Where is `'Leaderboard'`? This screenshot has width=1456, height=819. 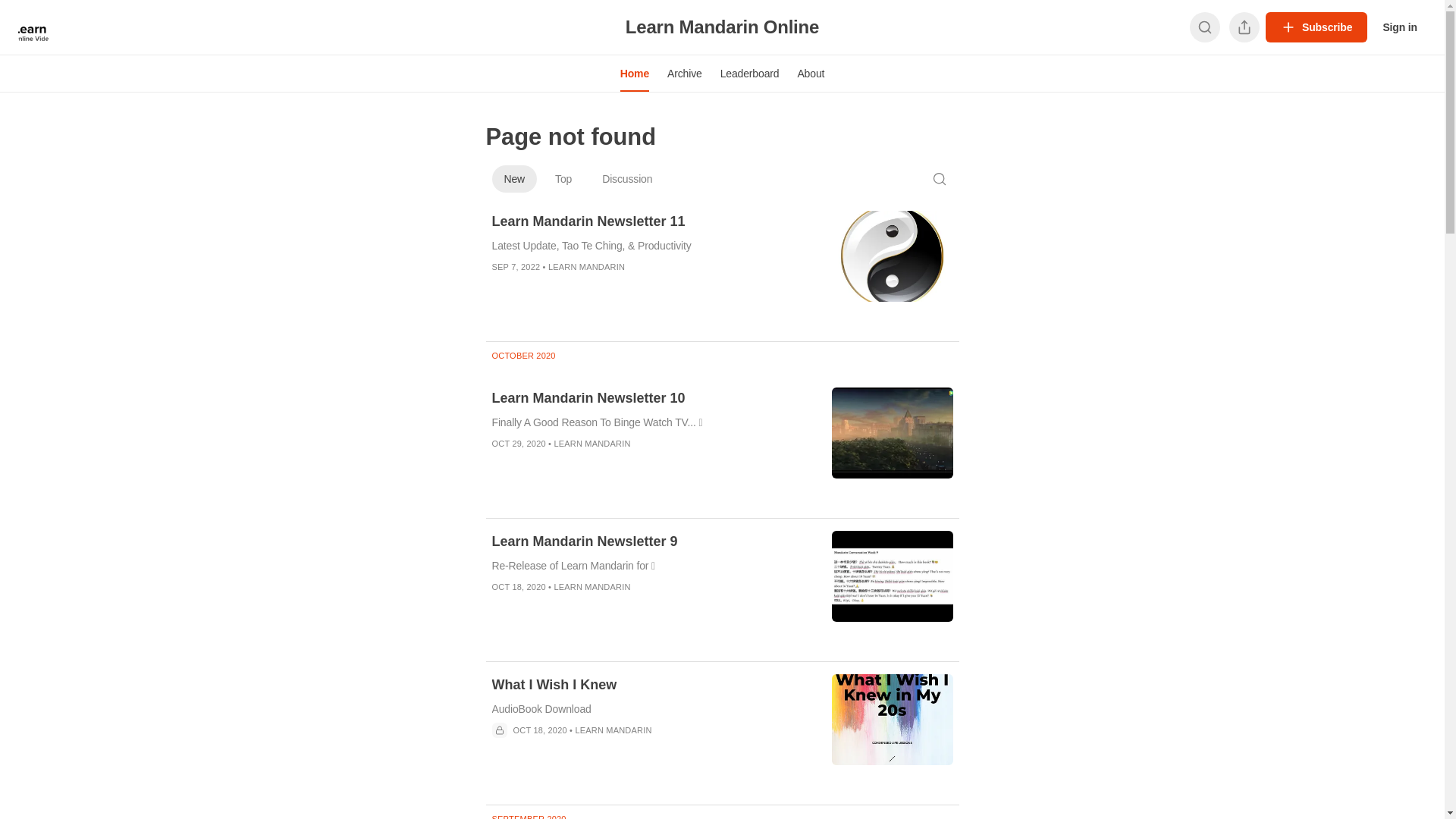 'Leaderboard' is located at coordinates (749, 73).